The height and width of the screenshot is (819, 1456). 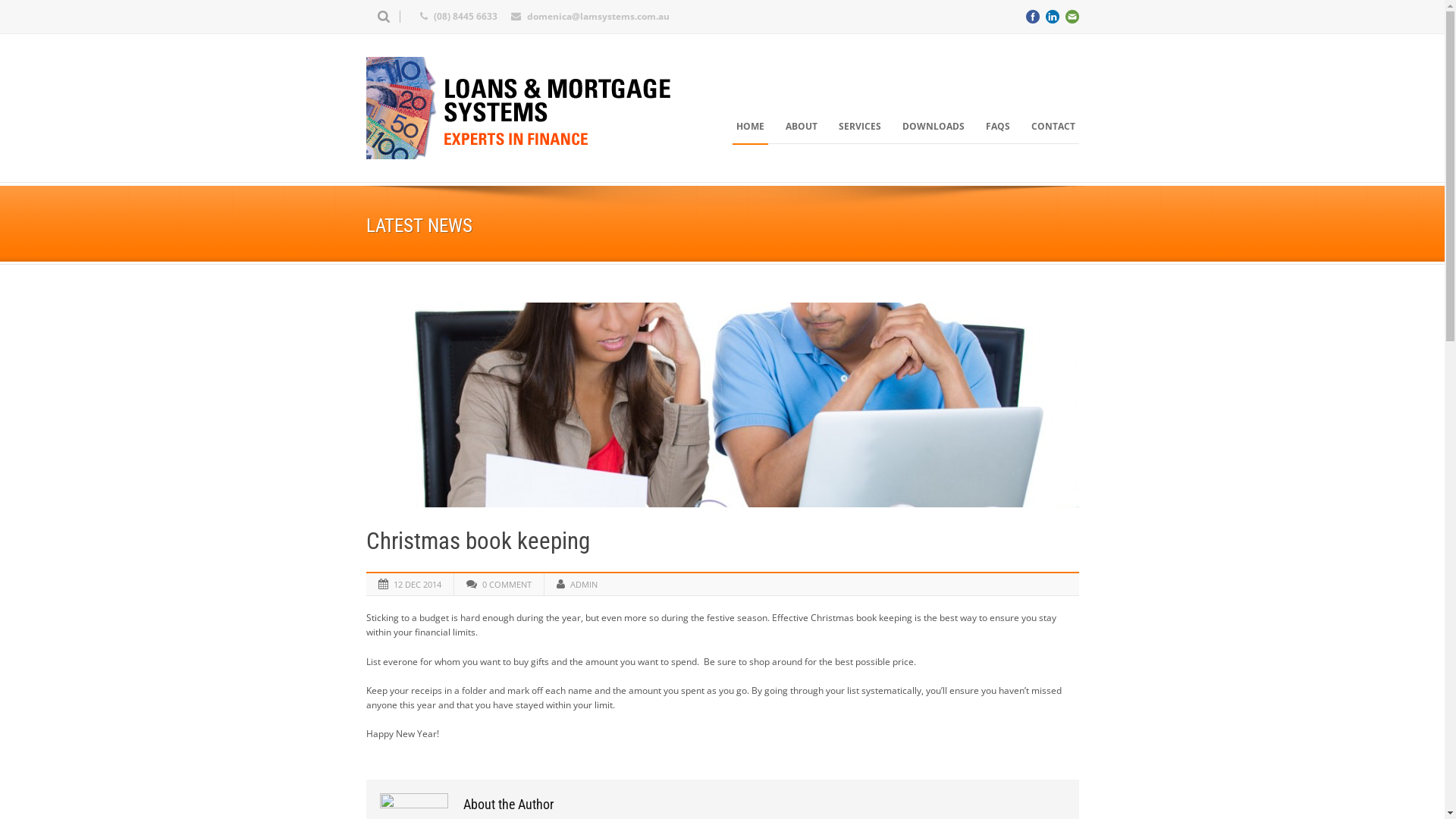 I want to click on '12 DEC 2014', so click(x=416, y=583).